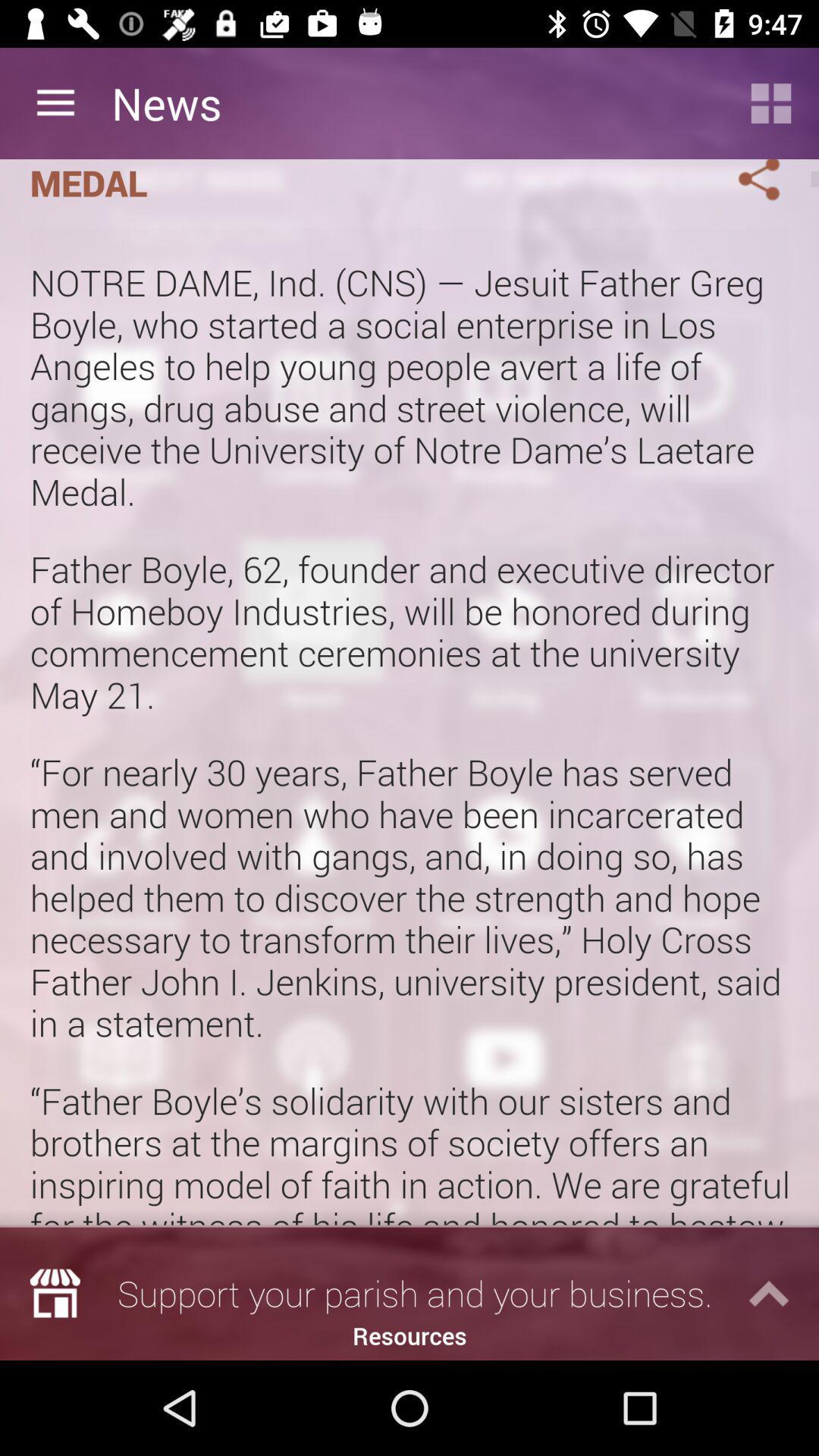 This screenshot has height=1456, width=819. Describe the element at coordinates (55, 102) in the screenshot. I see `the item to the left of news item` at that location.